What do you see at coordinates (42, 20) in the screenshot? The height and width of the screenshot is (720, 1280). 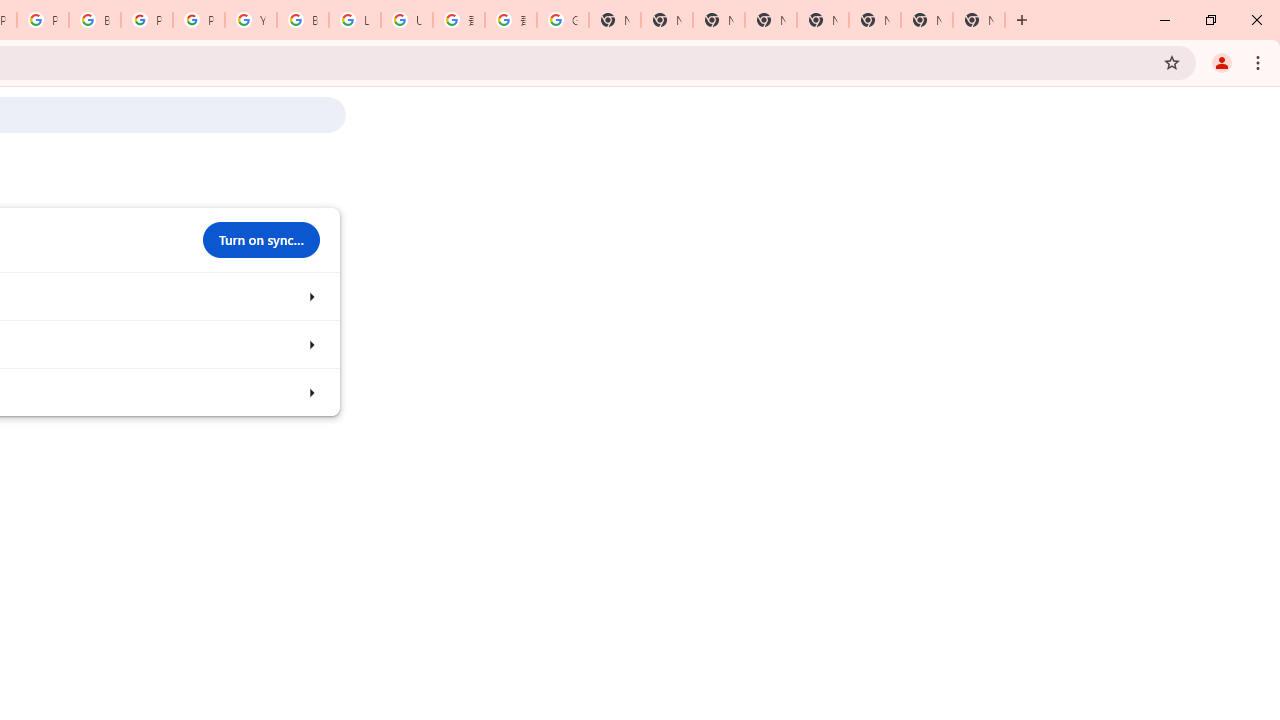 I see `'Privacy Help Center - Policies Help'` at bounding box center [42, 20].